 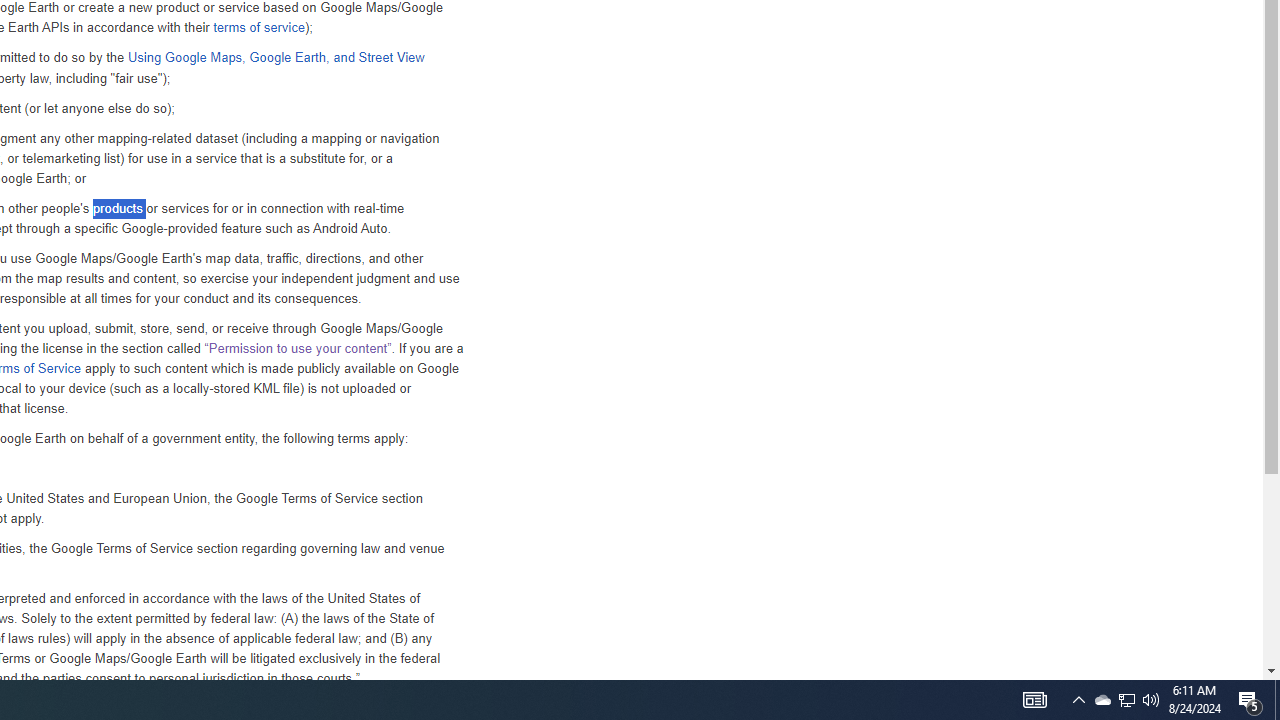 I want to click on 'terms of service', so click(x=257, y=28).